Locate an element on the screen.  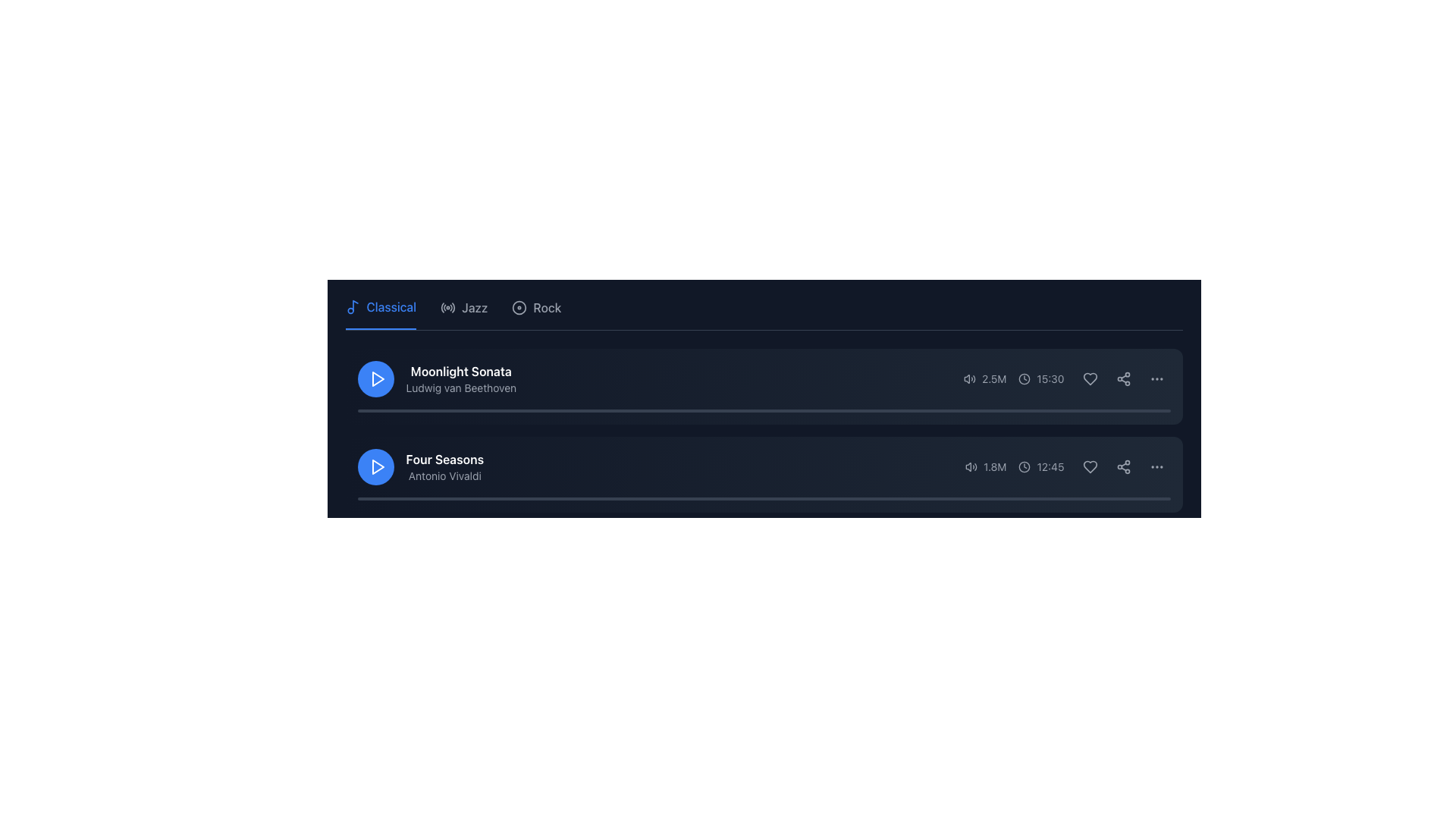
the playback progress visually on the progress bar located below the title and artist information for the track 'Four Seasons' in the music playlist is located at coordinates (764, 499).